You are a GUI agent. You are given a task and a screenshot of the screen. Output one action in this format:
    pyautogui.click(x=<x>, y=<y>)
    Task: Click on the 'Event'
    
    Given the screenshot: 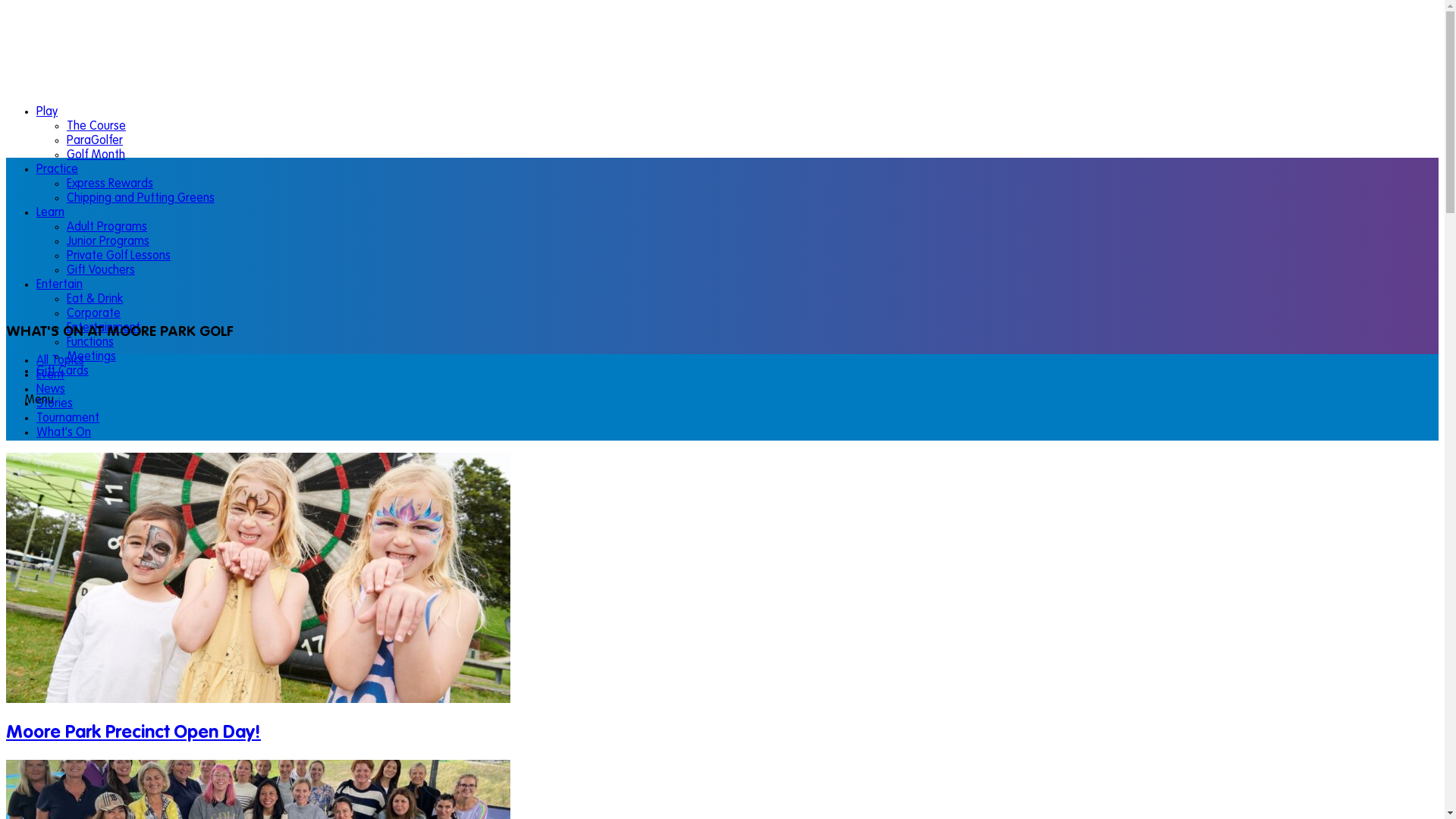 What is the action you would take?
    pyautogui.click(x=50, y=375)
    